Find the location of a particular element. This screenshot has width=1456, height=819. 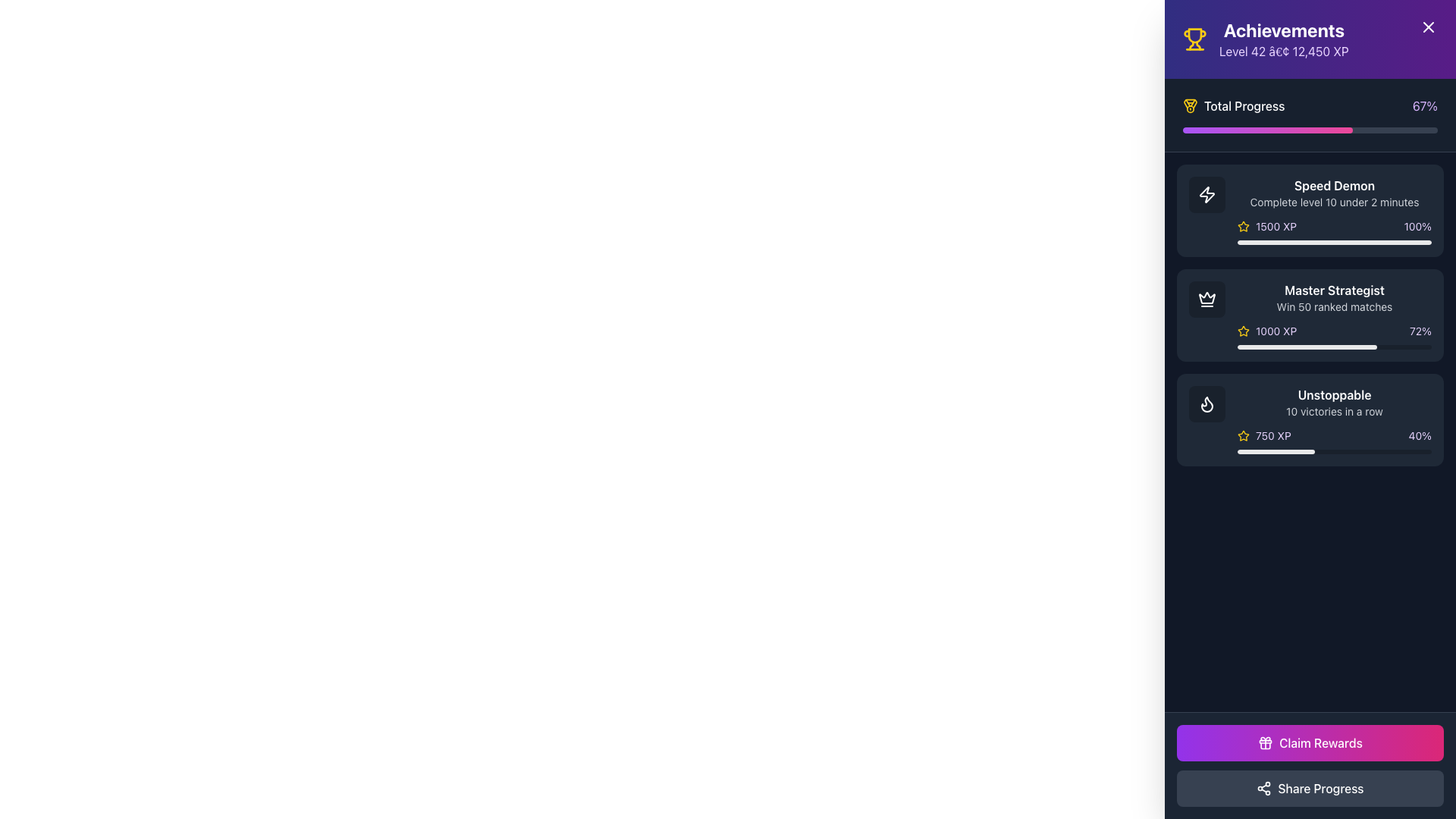

the achievements icon located in the top header of the 'Achievements' section, positioned to the left of the text title 'Achievements' is located at coordinates (1194, 38).